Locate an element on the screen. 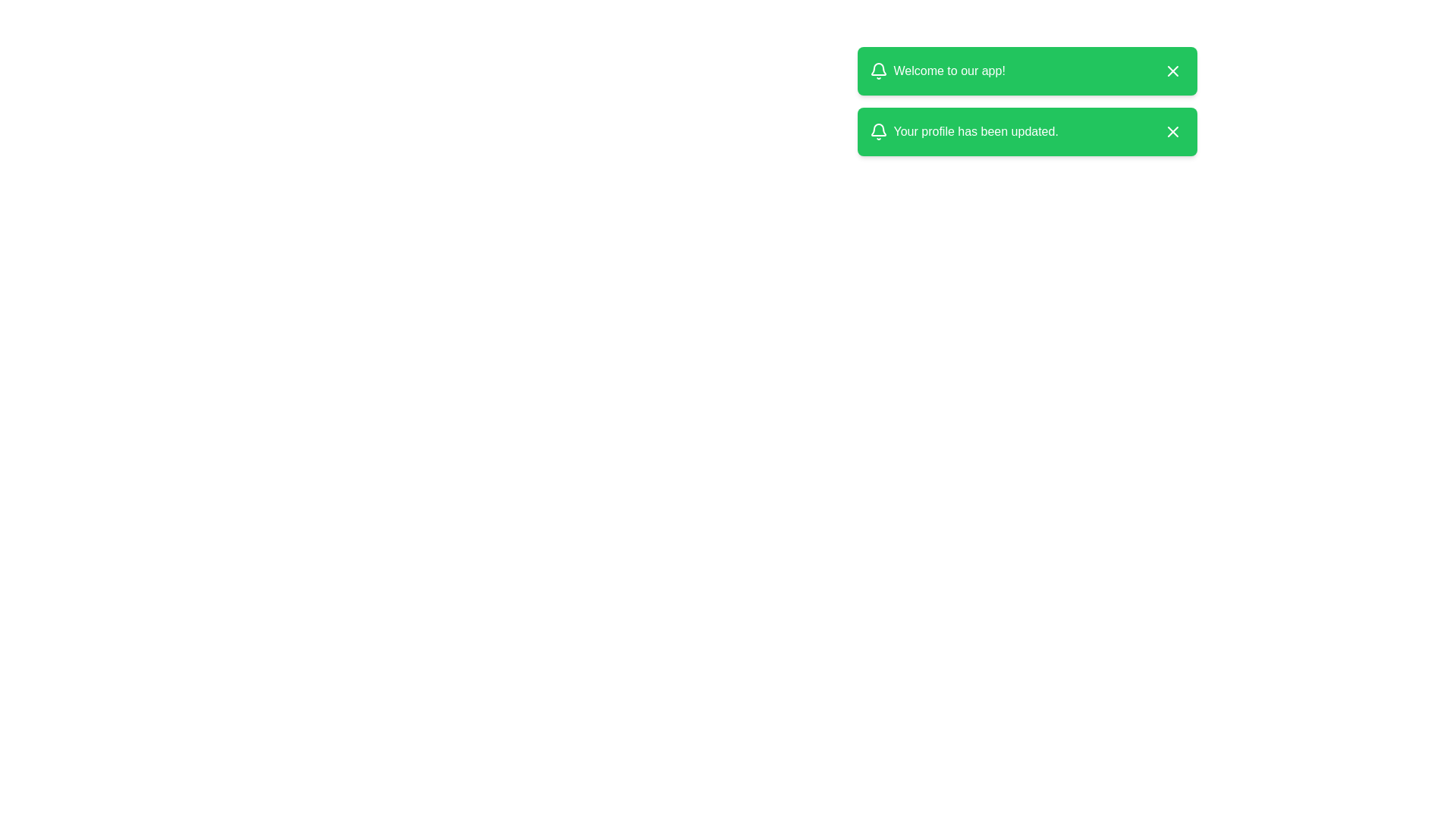  the text element displaying 'Your profile has been updated.' which is located in the second notification panel is located at coordinates (976, 130).